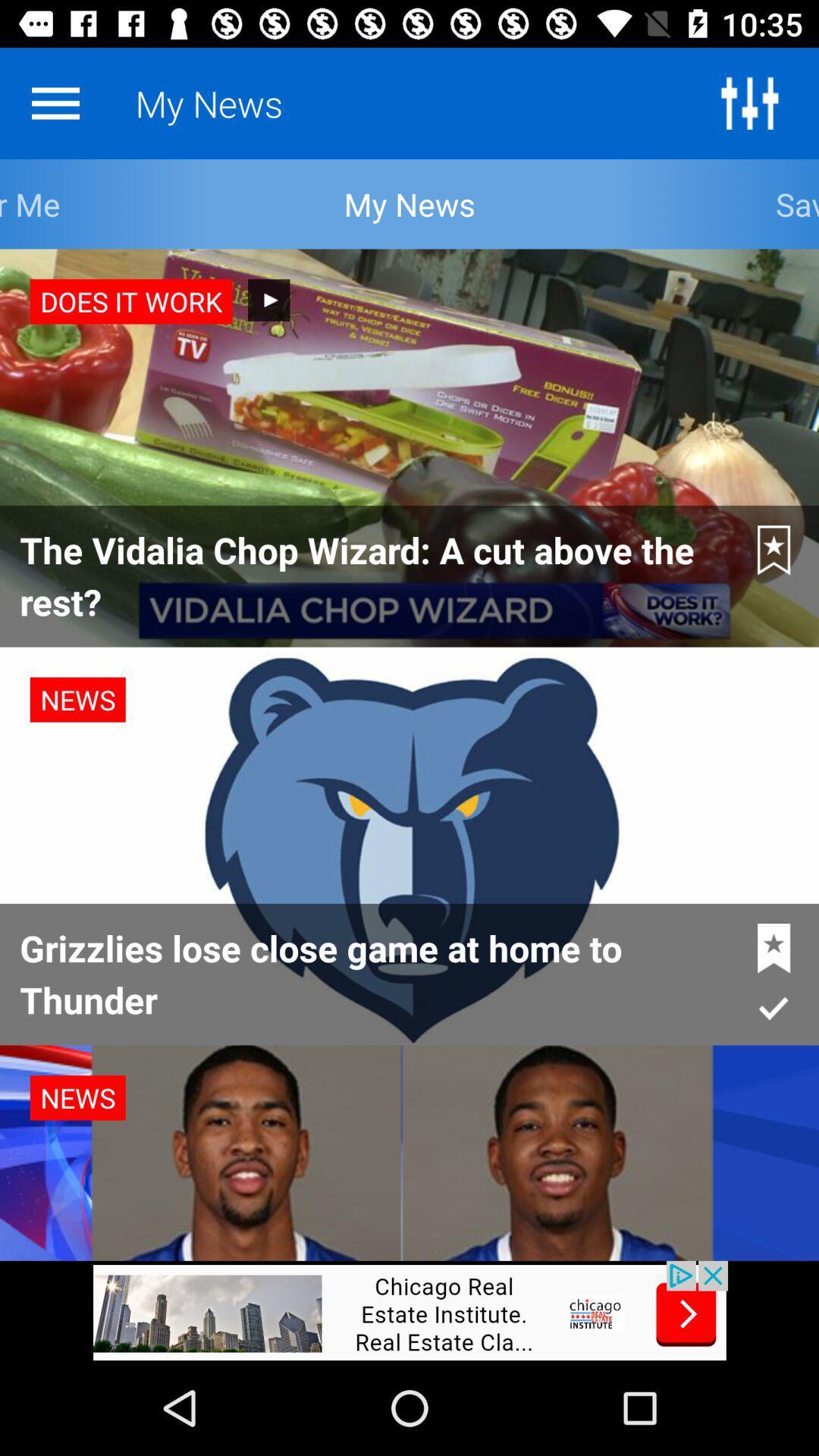 Image resolution: width=819 pixels, height=1456 pixels. Describe the element at coordinates (748, 102) in the screenshot. I see `colour adjustment` at that location.